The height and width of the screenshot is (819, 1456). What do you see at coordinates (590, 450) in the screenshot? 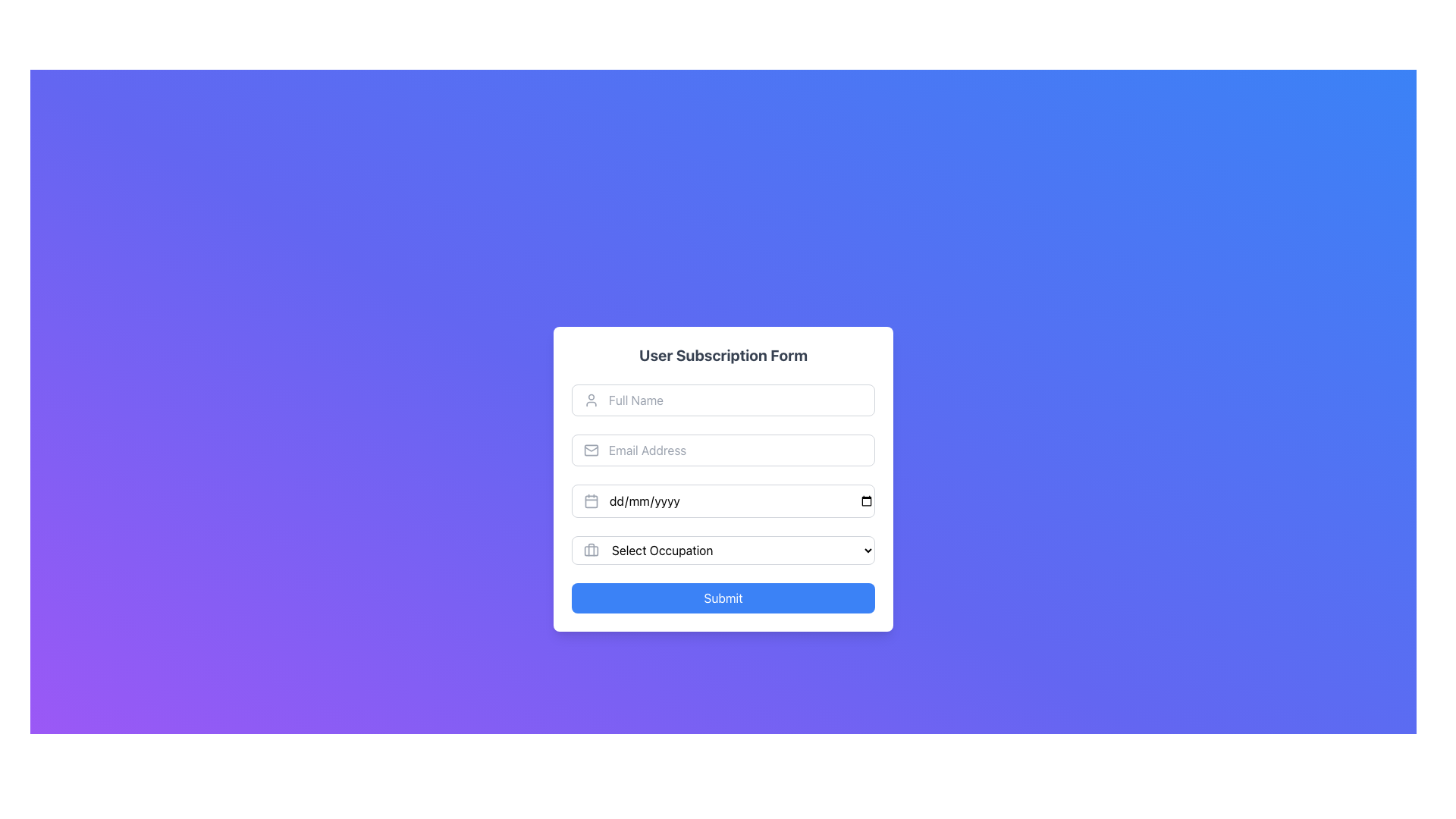
I see `the email address icon located to the left of the 'Email Address' input field within the subscription form` at bounding box center [590, 450].